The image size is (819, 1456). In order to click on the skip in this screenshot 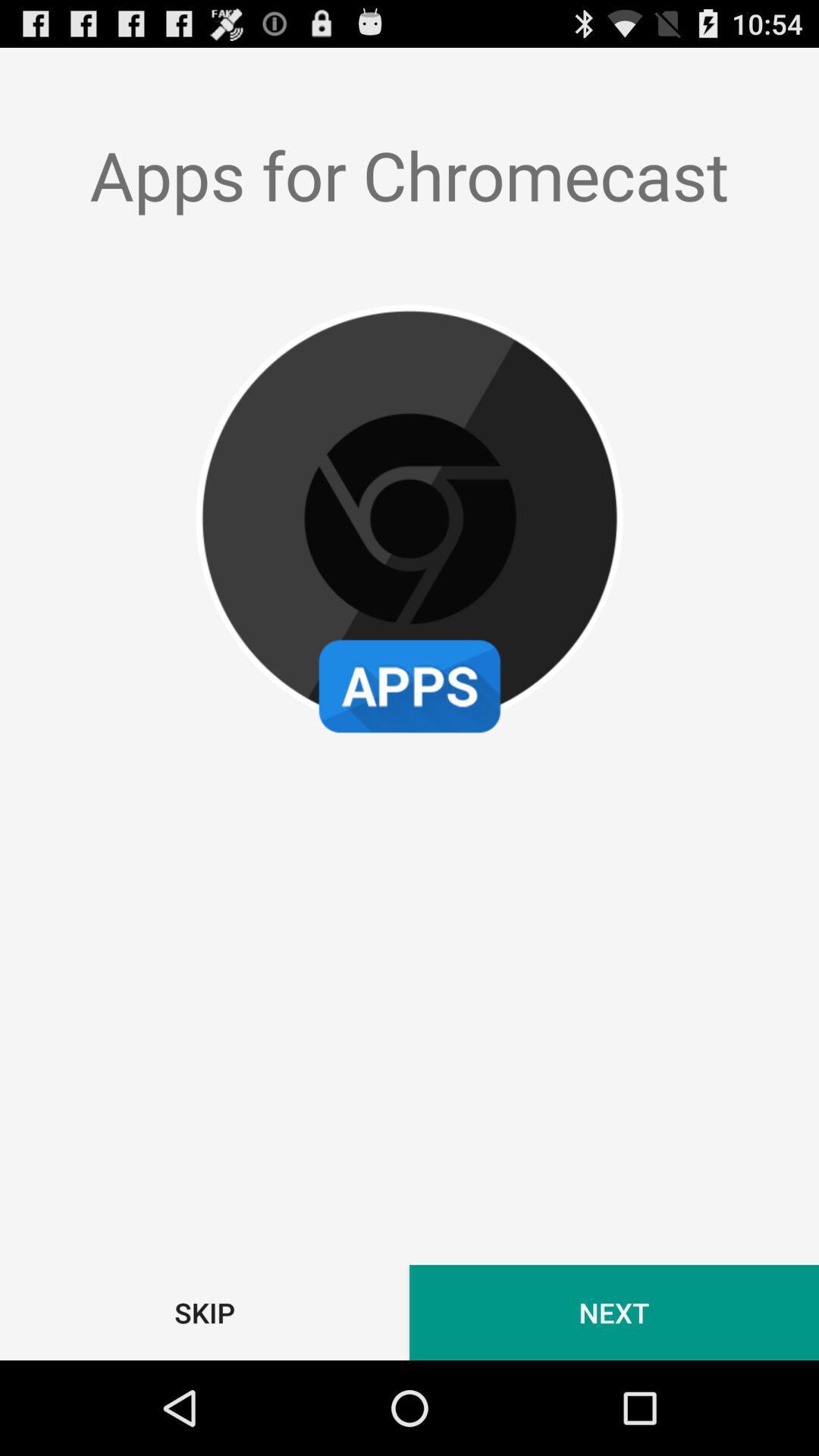, I will do `click(205, 1312)`.